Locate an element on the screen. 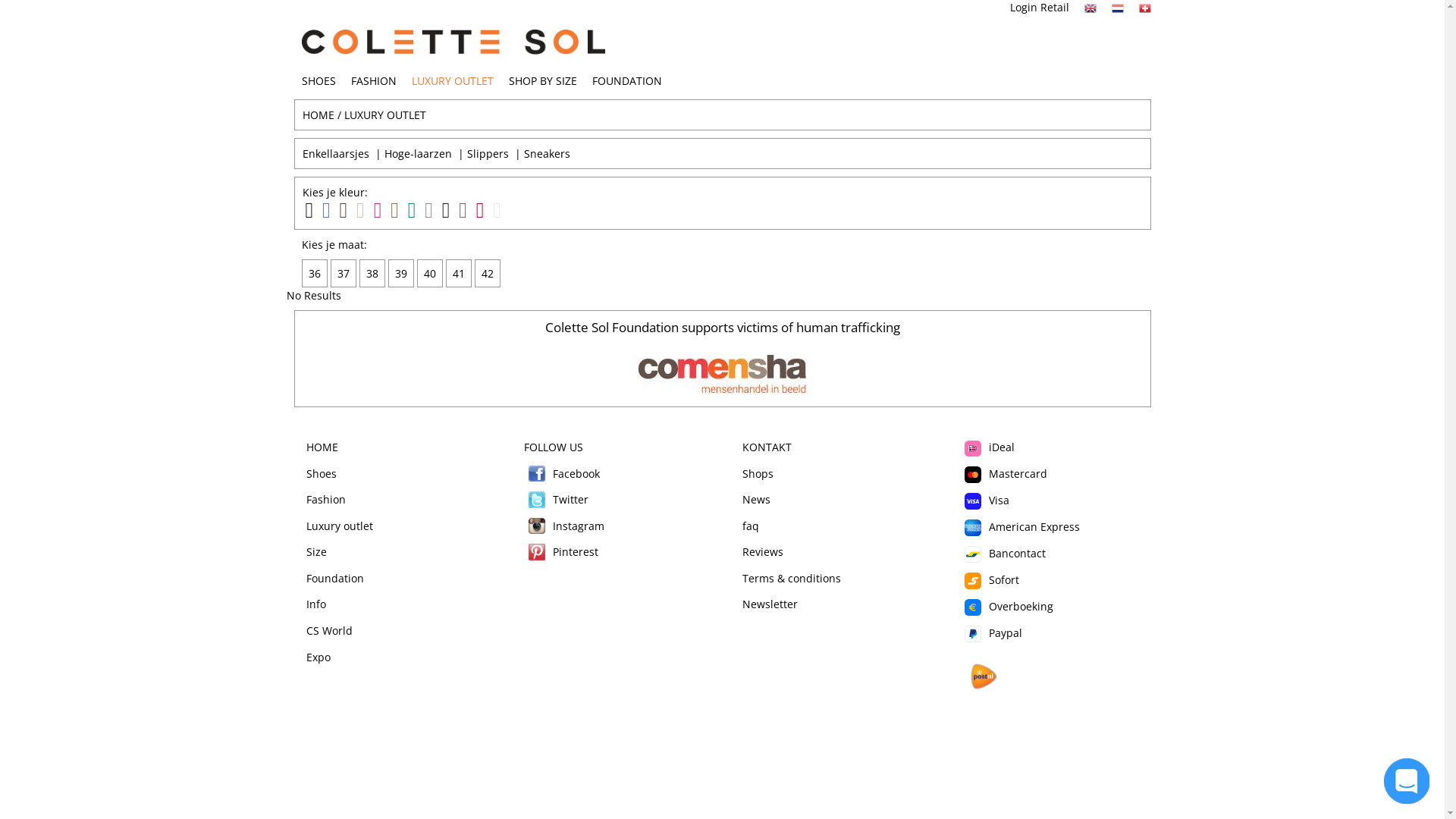  '38 ' is located at coordinates (374, 273).